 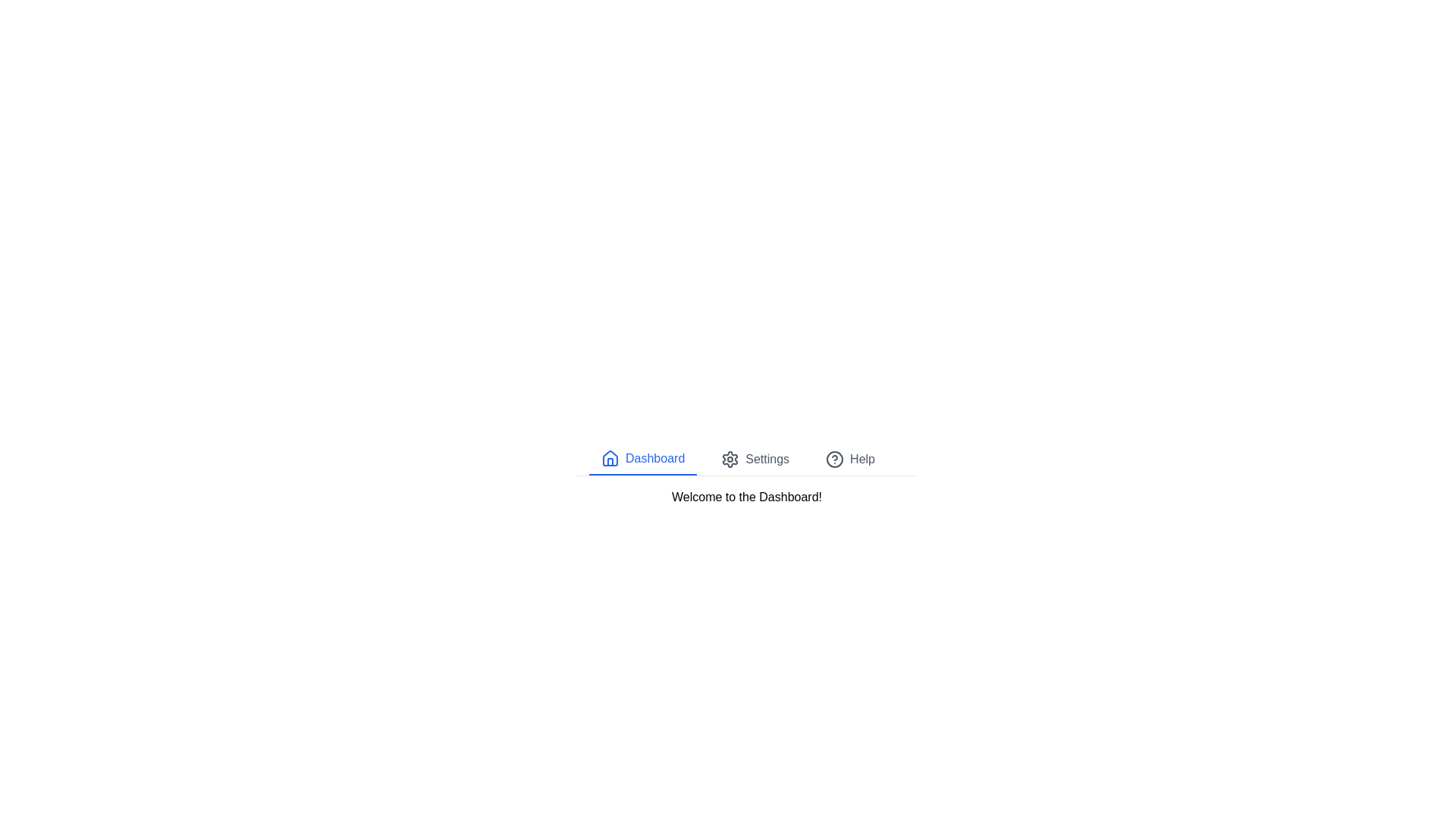 I want to click on the Dashboard tab to switch the displayed content, so click(x=643, y=458).